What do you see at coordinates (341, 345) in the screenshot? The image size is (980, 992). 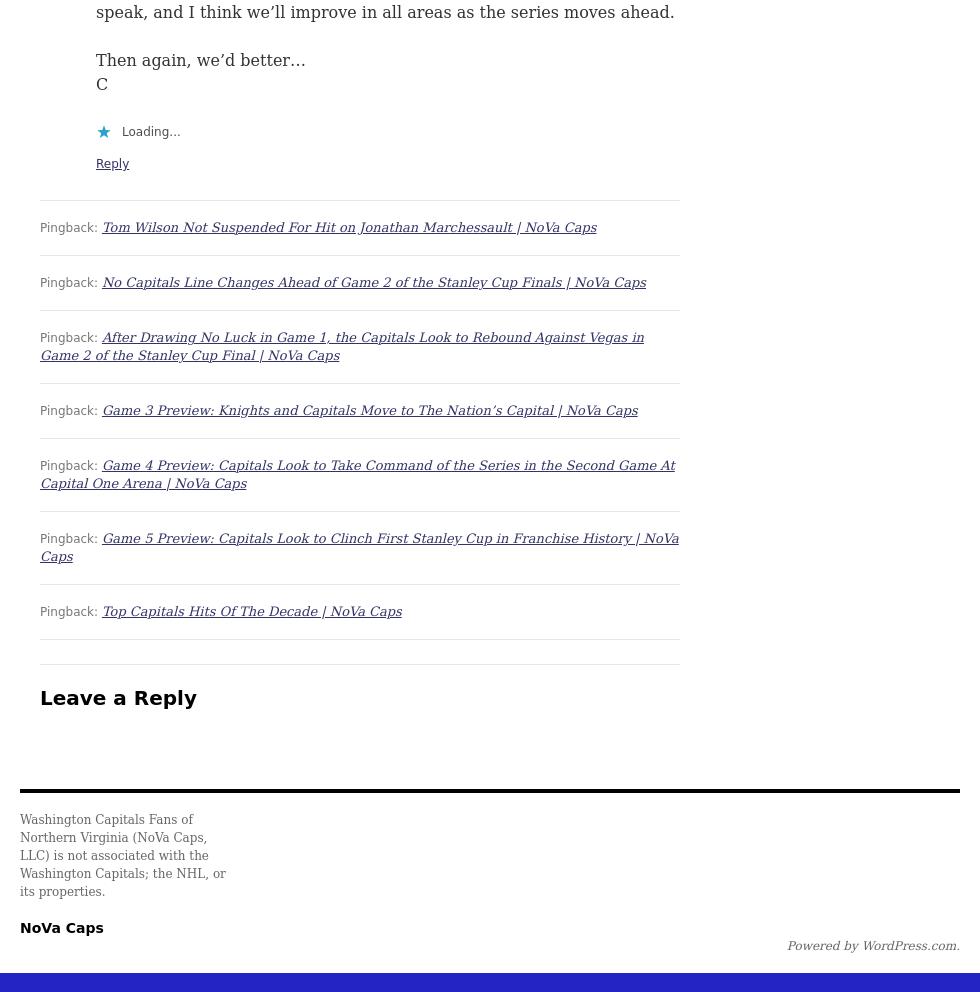 I see `'After Drawing No Luck in Game 1, the Capitals Look to Rebound Against Vegas in Game 2 of the Stanley Cup Final | NoVa Caps'` at bounding box center [341, 345].